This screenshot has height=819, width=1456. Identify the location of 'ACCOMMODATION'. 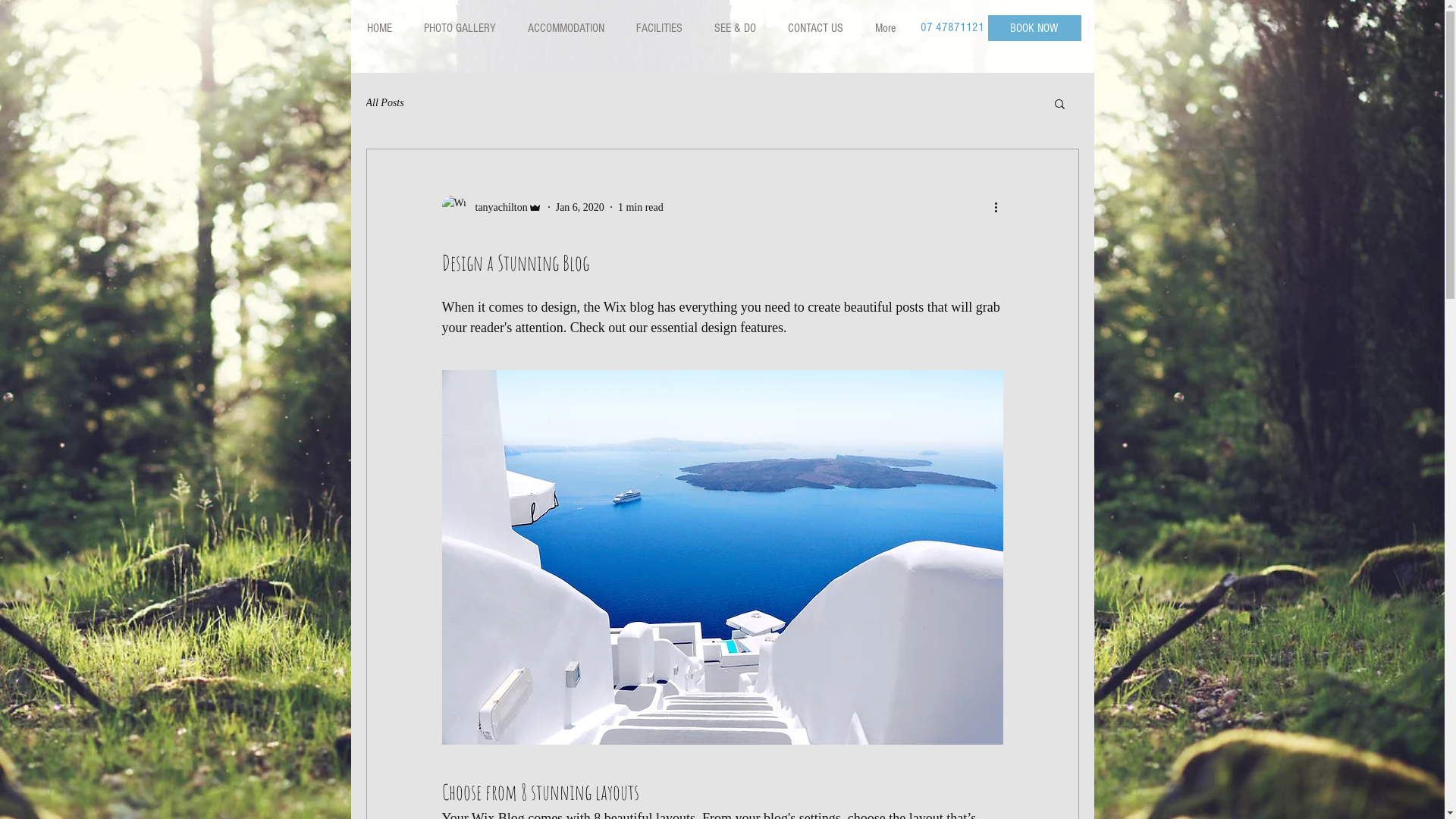
(564, 28).